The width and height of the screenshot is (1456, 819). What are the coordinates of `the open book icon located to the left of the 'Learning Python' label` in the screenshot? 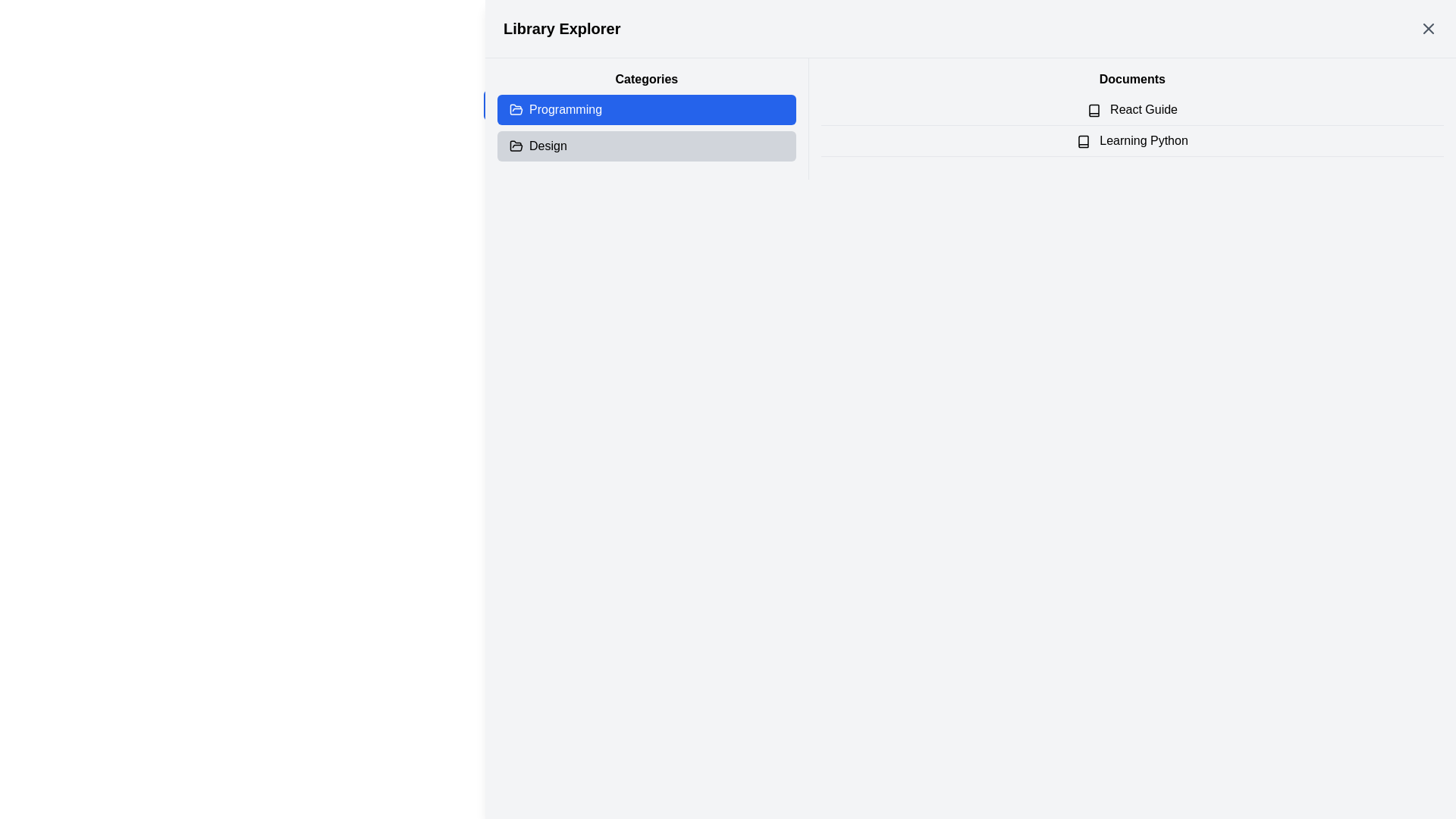 It's located at (1082, 141).